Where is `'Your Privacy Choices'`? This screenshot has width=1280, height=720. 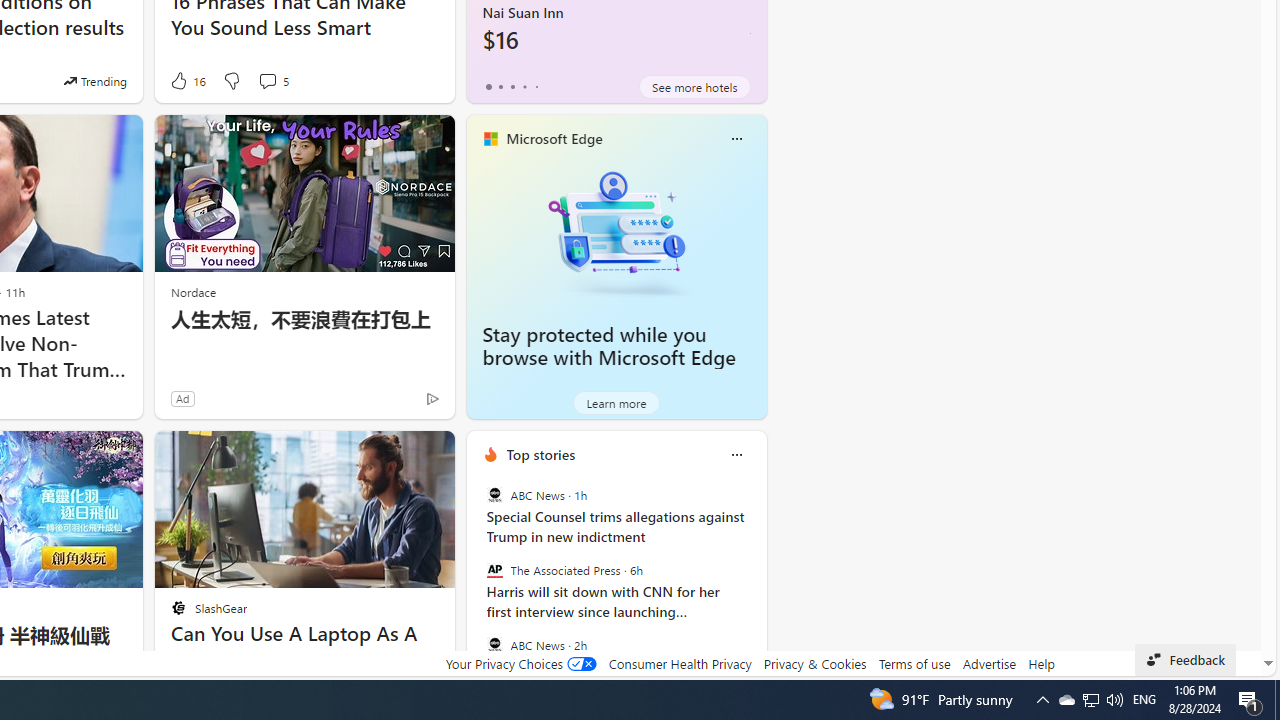 'Your Privacy Choices' is located at coordinates (520, 663).